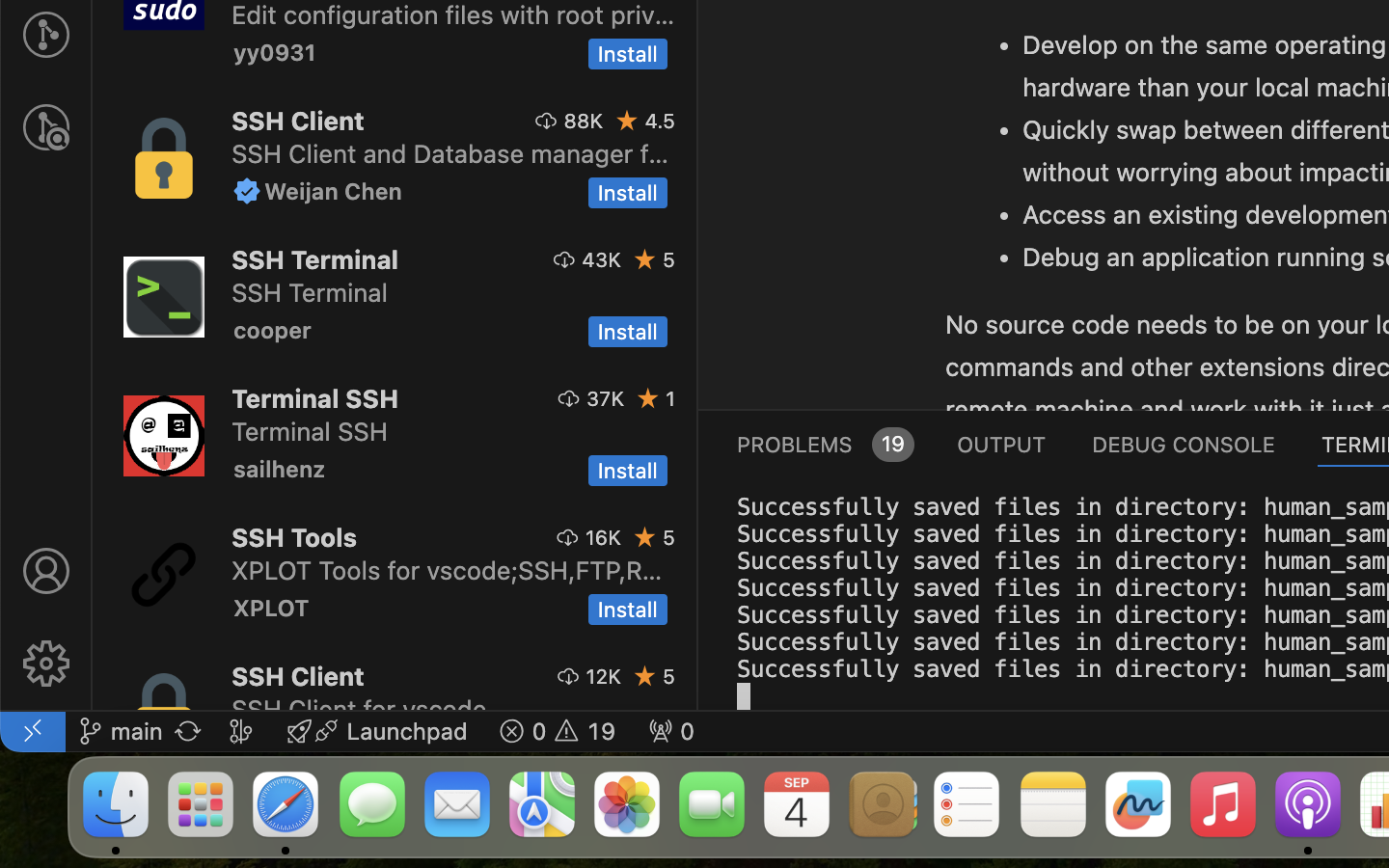 Image resolution: width=1389 pixels, height=868 pixels. What do you see at coordinates (44, 571) in the screenshot?
I see `''` at bounding box center [44, 571].